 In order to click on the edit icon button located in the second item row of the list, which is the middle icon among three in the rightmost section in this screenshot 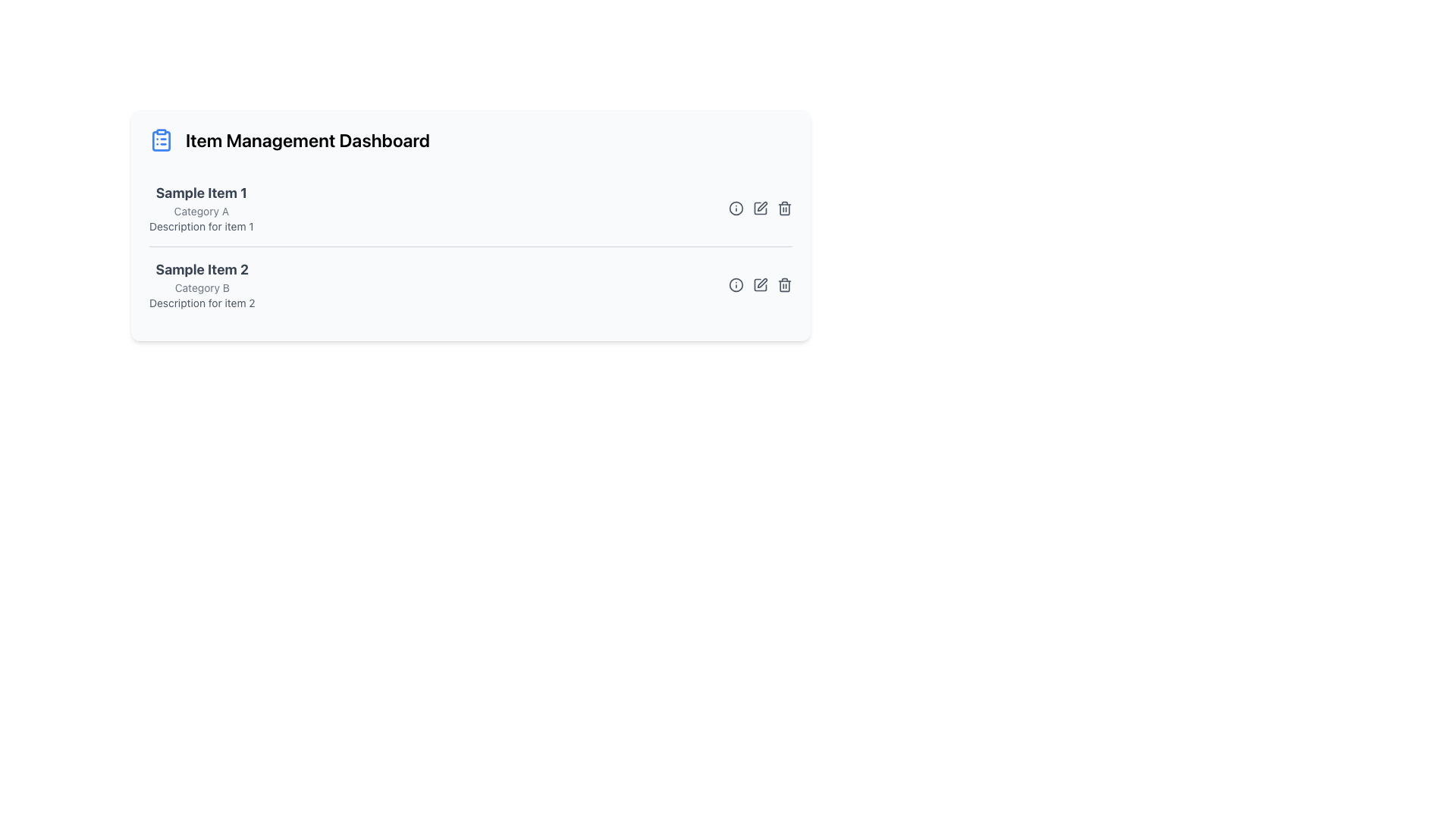, I will do `click(761, 284)`.